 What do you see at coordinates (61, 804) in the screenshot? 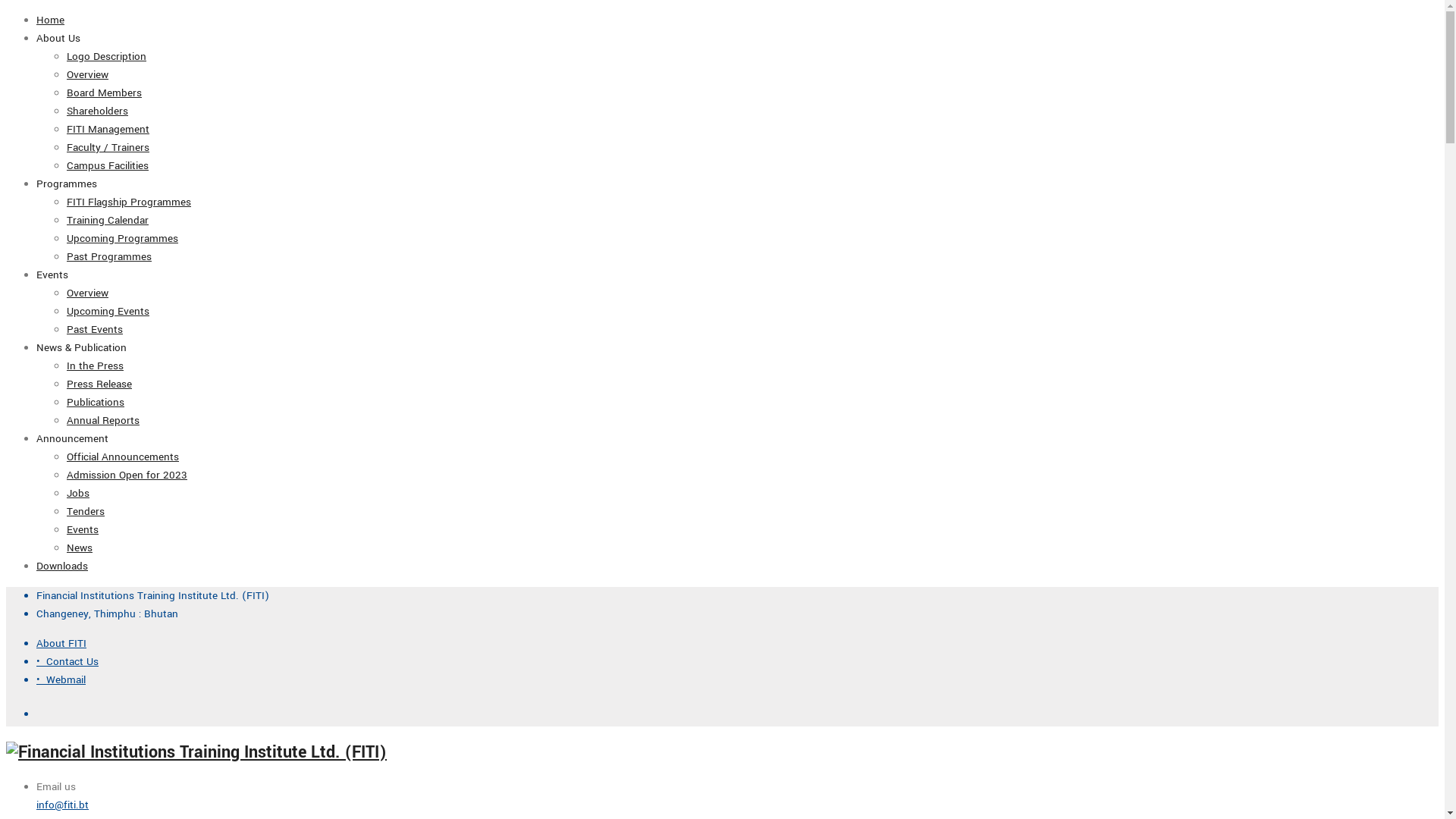
I see `'info@fiti.bt'` at bounding box center [61, 804].